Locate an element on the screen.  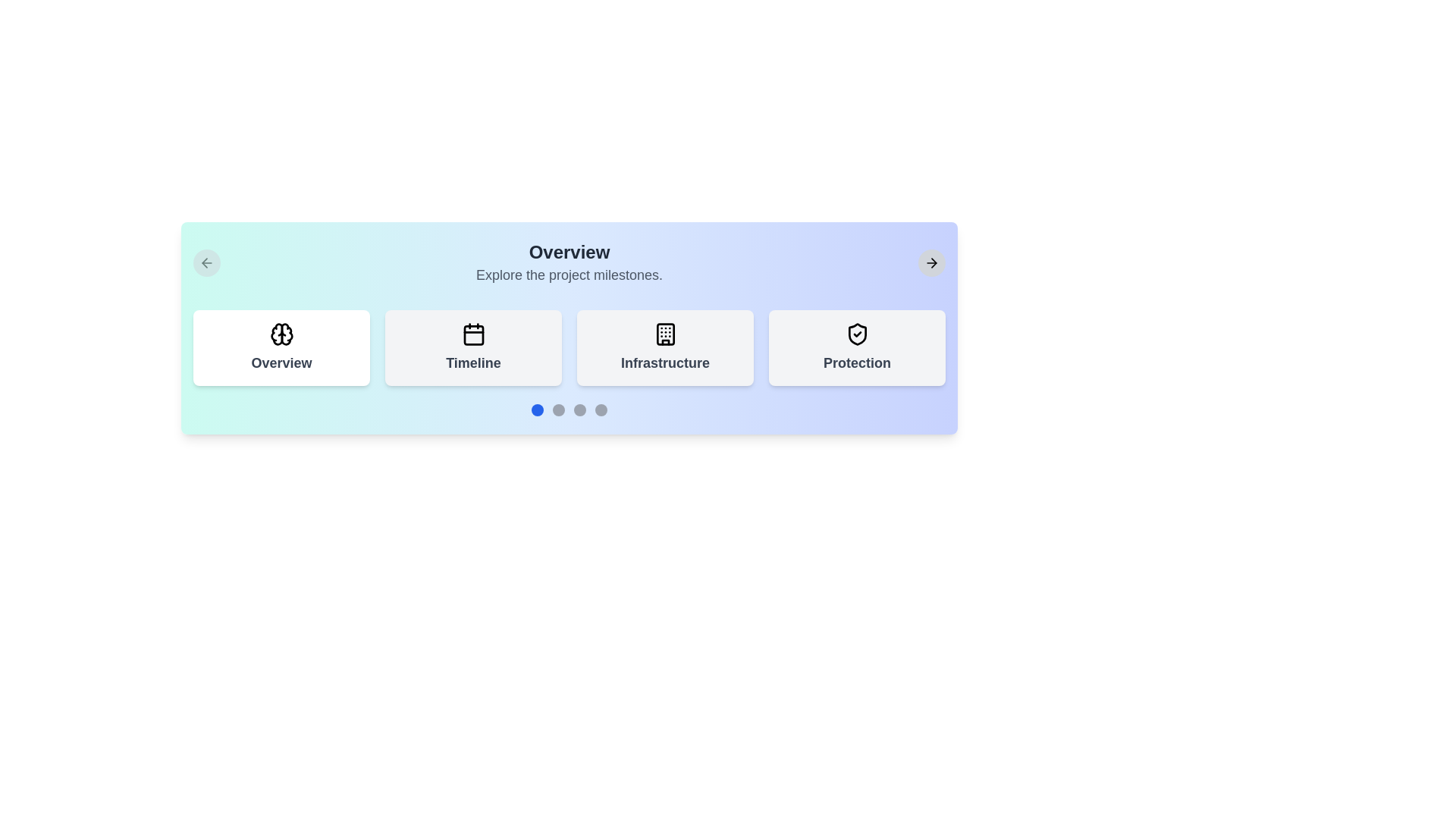
the highlighted dot in the carousel navigation system, which serves as a non-interactive indicator for the currently active slide, located at the lower-central part of the interface is located at coordinates (538, 409).